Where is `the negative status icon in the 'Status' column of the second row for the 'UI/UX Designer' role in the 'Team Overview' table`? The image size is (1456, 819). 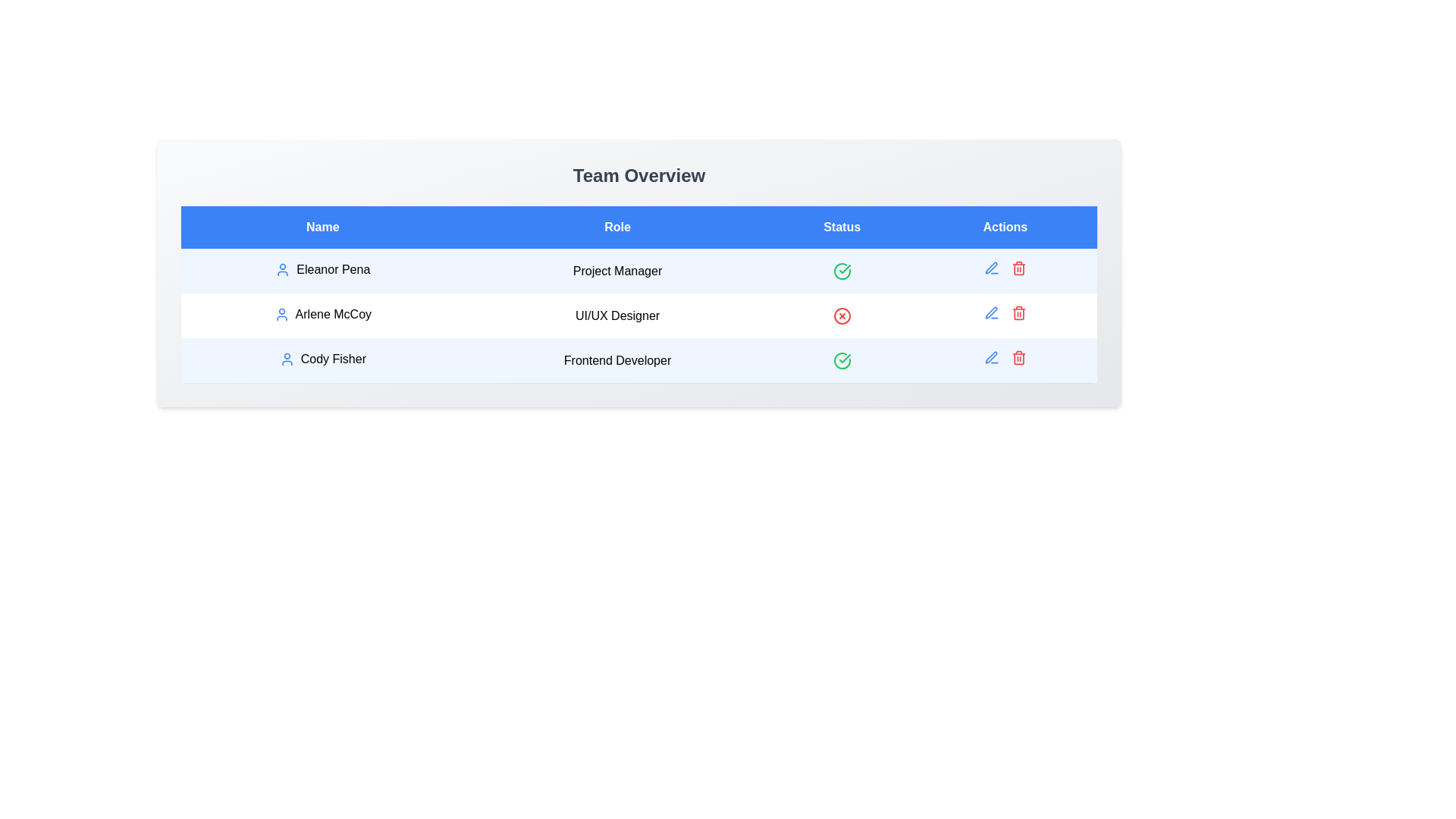 the negative status icon in the 'Status' column of the second row for the 'UI/UX Designer' role in the 'Team Overview' table is located at coordinates (841, 315).